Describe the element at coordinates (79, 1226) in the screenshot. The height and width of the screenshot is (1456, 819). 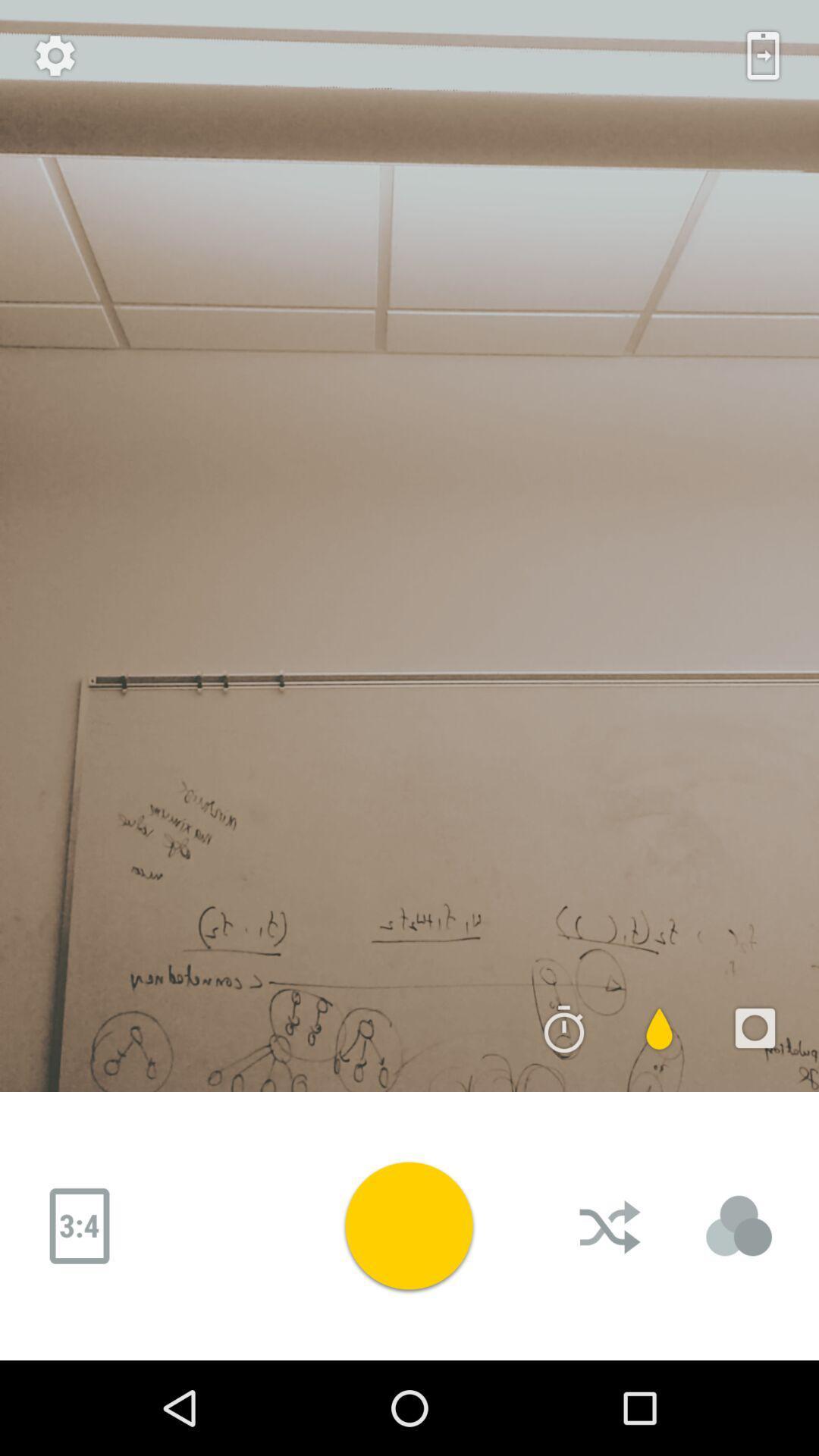
I see `image size` at that location.